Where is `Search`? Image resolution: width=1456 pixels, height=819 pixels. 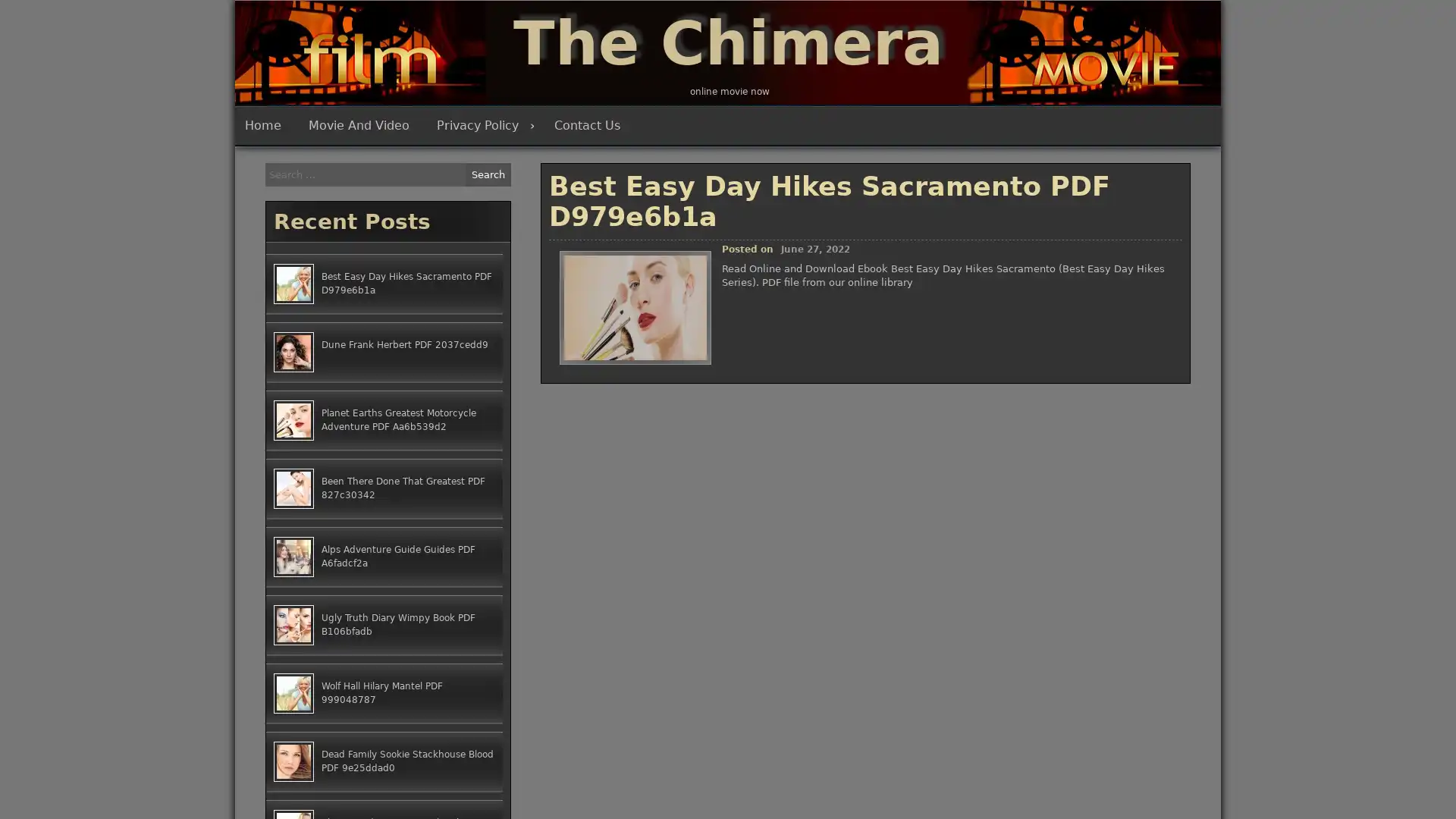 Search is located at coordinates (488, 174).